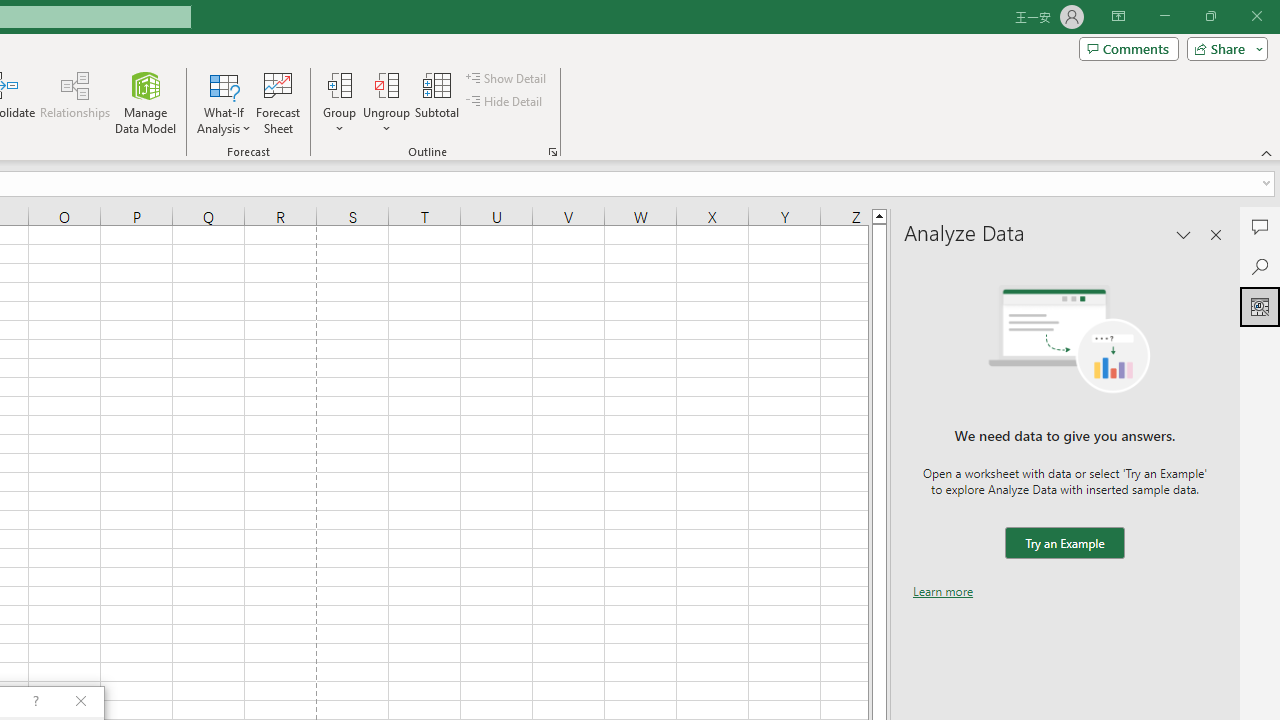 This screenshot has width=1280, height=720. I want to click on 'Group and Outline Settings', so click(552, 150).